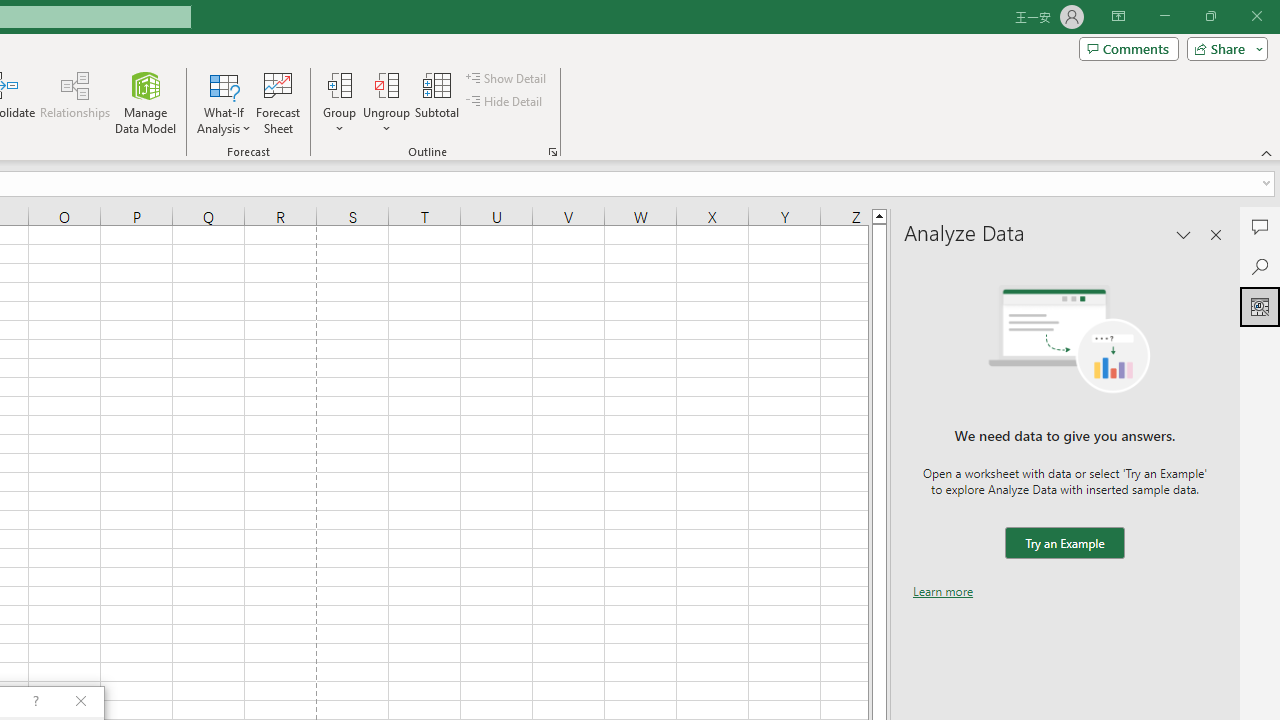 This screenshot has width=1280, height=720. I want to click on 'Group and Outline Settings', so click(552, 150).